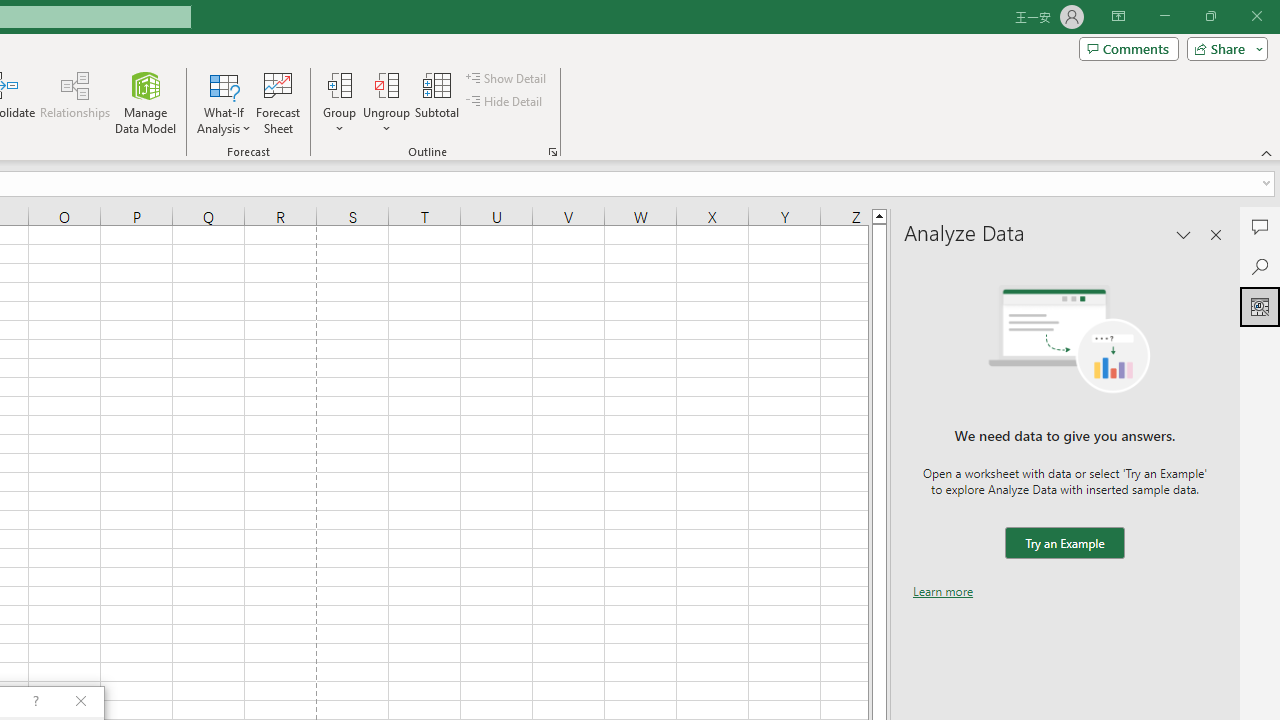 This screenshot has width=1280, height=720. I want to click on 'Group and Outline Settings', so click(552, 150).